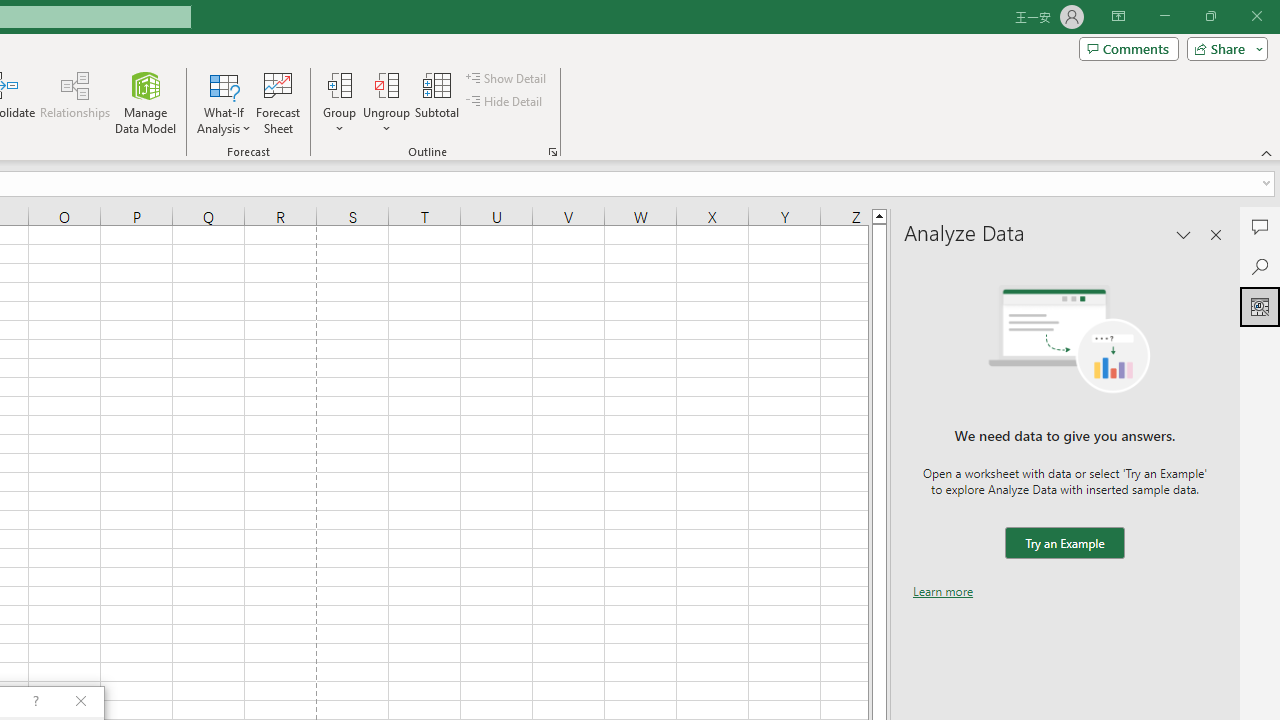 This screenshot has width=1280, height=720. I want to click on 'Group and Outline Settings', so click(552, 150).